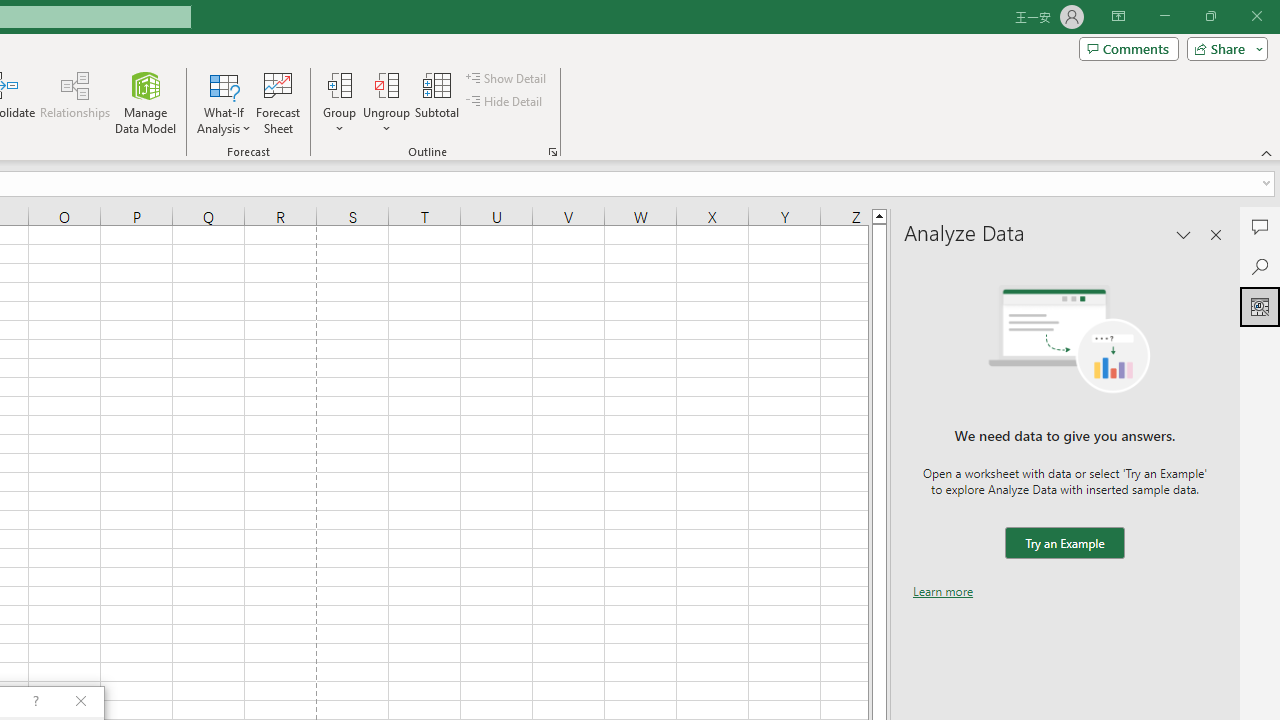 This screenshot has width=1280, height=720. I want to click on 'Group and Outline Settings', so click(552, 150).